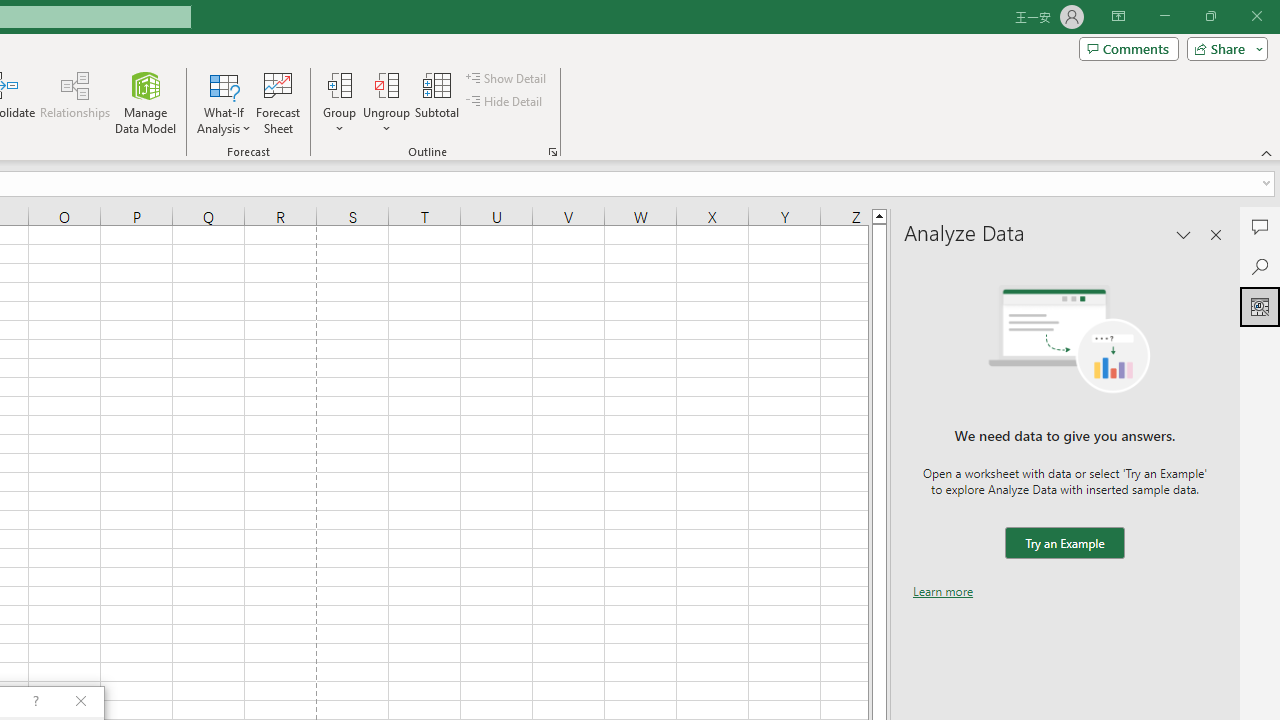 This screenshot has width=1280, height=720. I want to click on 'Group and Outline Settings', so click(552, 150).